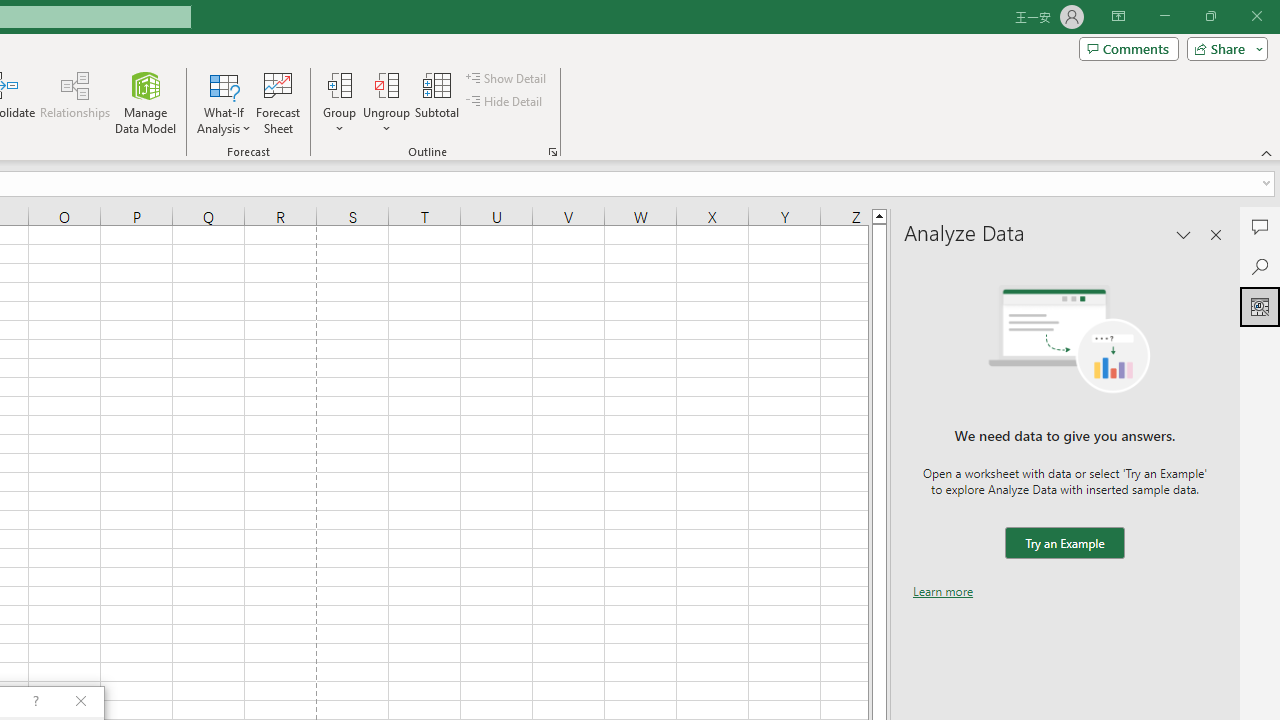 This screenshot has width=1280, height=720. I want to click on 'Group and Outline Settings', so click(552, 150).